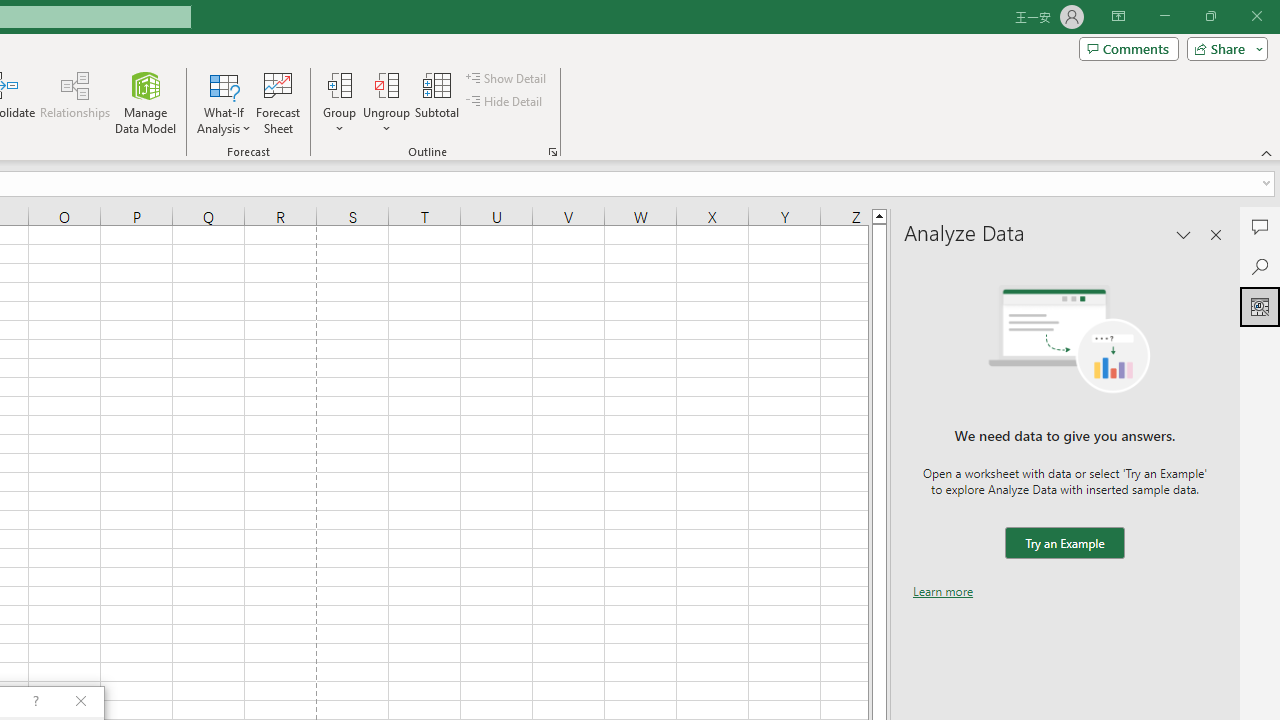 This screenshot has width=1280, height=720. I want to click on 'Group and Outline Settings', so click(552, 150).